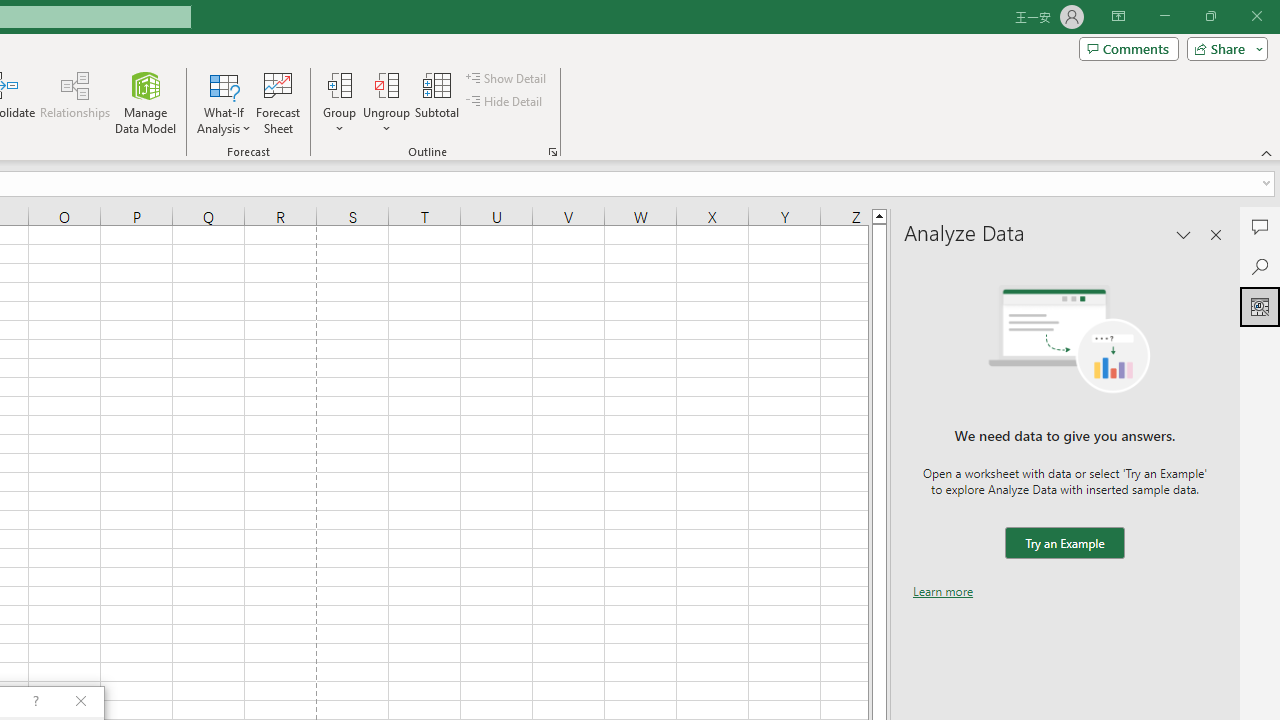 This screenshot has width=1280, height=720. I want to click on 'Group and Outline Settings', so click(552, 150).